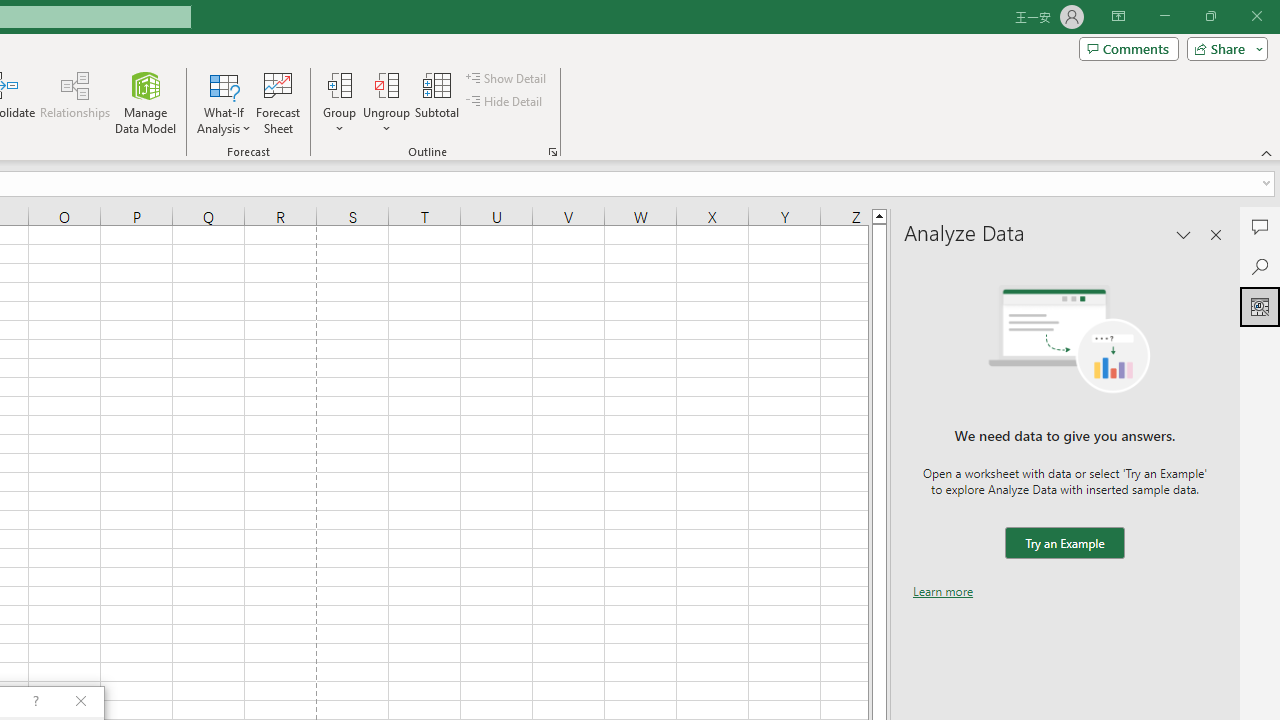 This screenshot has width=1280, height=720. I want to click on 'Group and Outline Settings', so click(552, 150).